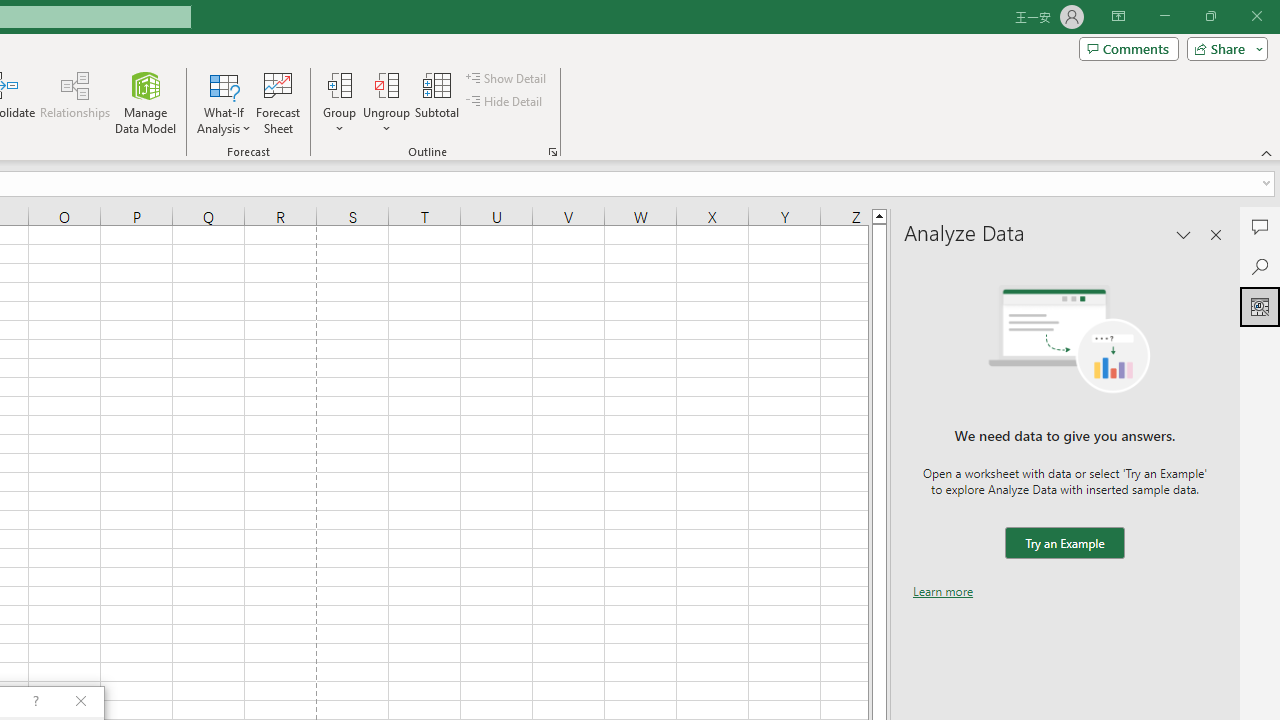 This screenshot has width=1280, height=720. I want to click on 'Group and Outline Settings', so click(552, 150).